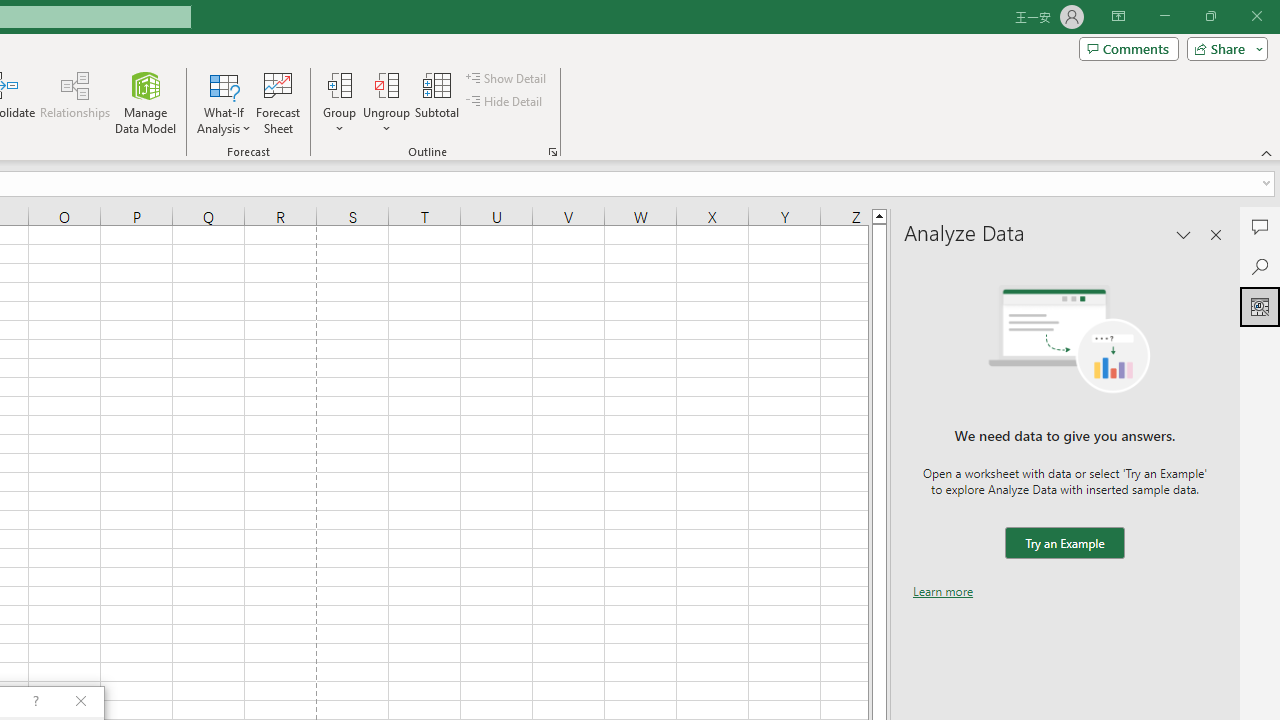 This screenshot has width=1280, height=720. I want to click on 'Group and Outline Settings', so click(552, 150).